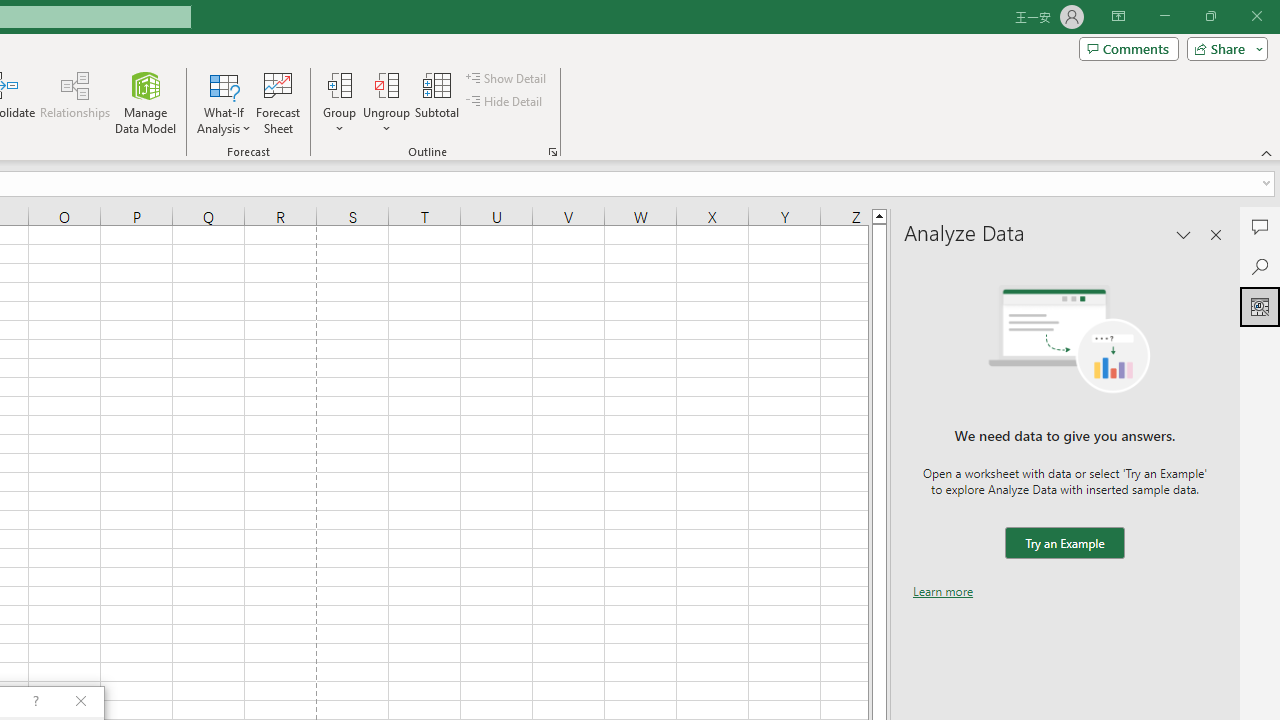 This screenshot has width=1280, height=720. I want to click on 'Group and Outline Settings', so click(552, 150).